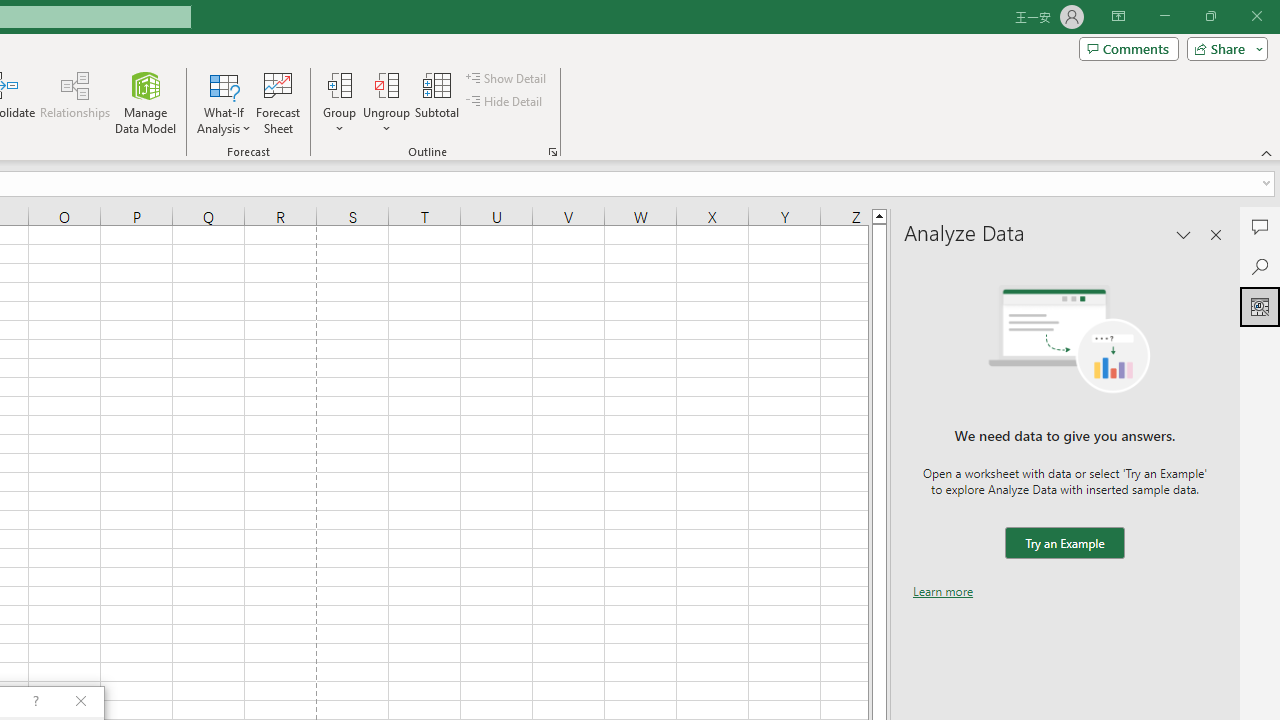 This screenshot has width=1280, height=720. I want to click on 'Group and Outline Settings', so click(552, 150).